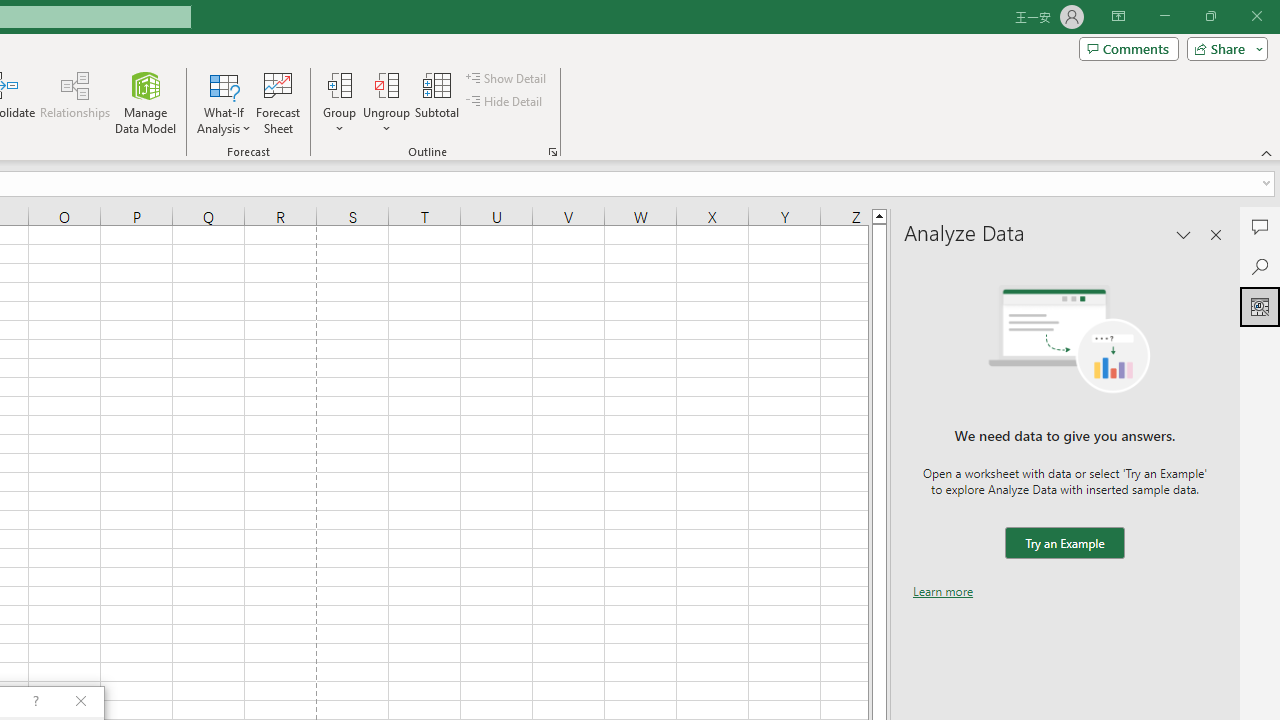 This screenshot has width=1280, height=720. I want to click on 'Group and Outline Settings', so click(552, 150).